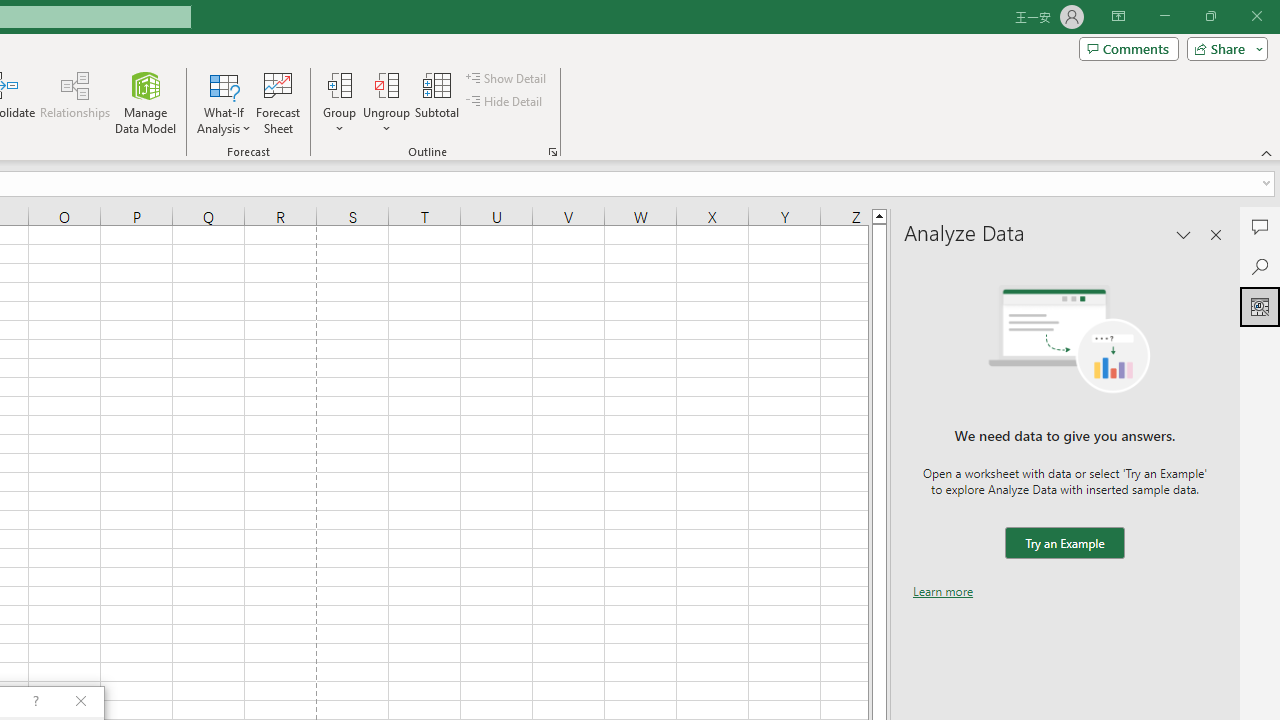 This screenshot has width=1280, height=720. I want to click on 'Group and Outline Settings', so click(552, 150).